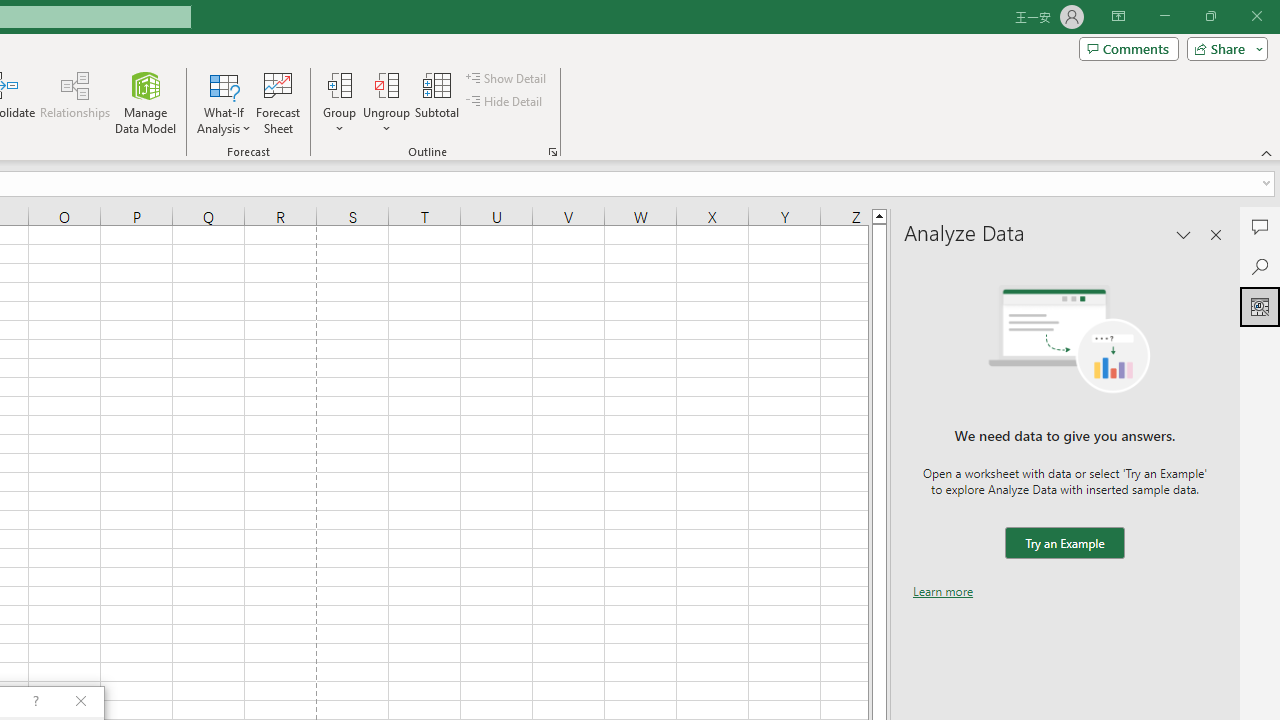 This screenshot has width=1280, height=720. I want to click on 'Group and Outline Settings', so click(552, 150).